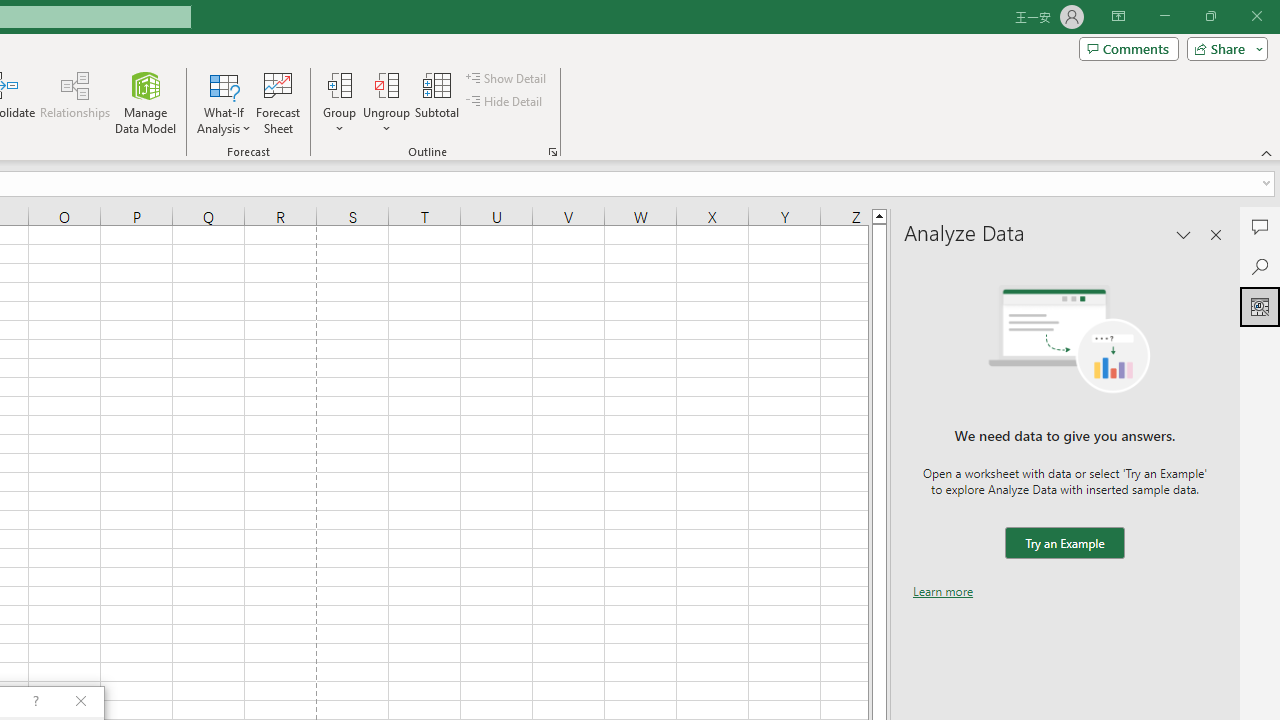 This screenshot has width=1280, height=720. I want to click on 'Group and Outline Settings', so click(552, 150).